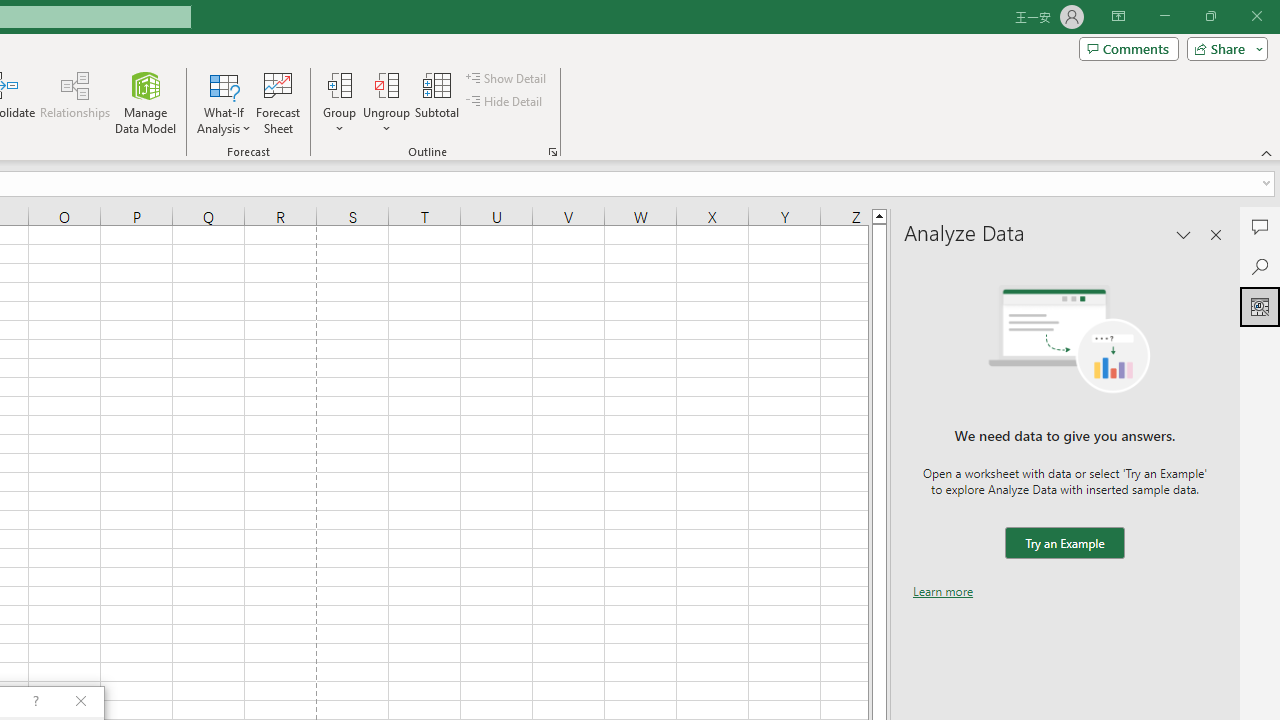 This screenshot has width=1280, height=720. I want to click on 'Group and Outline Settings', so click(552, 150).